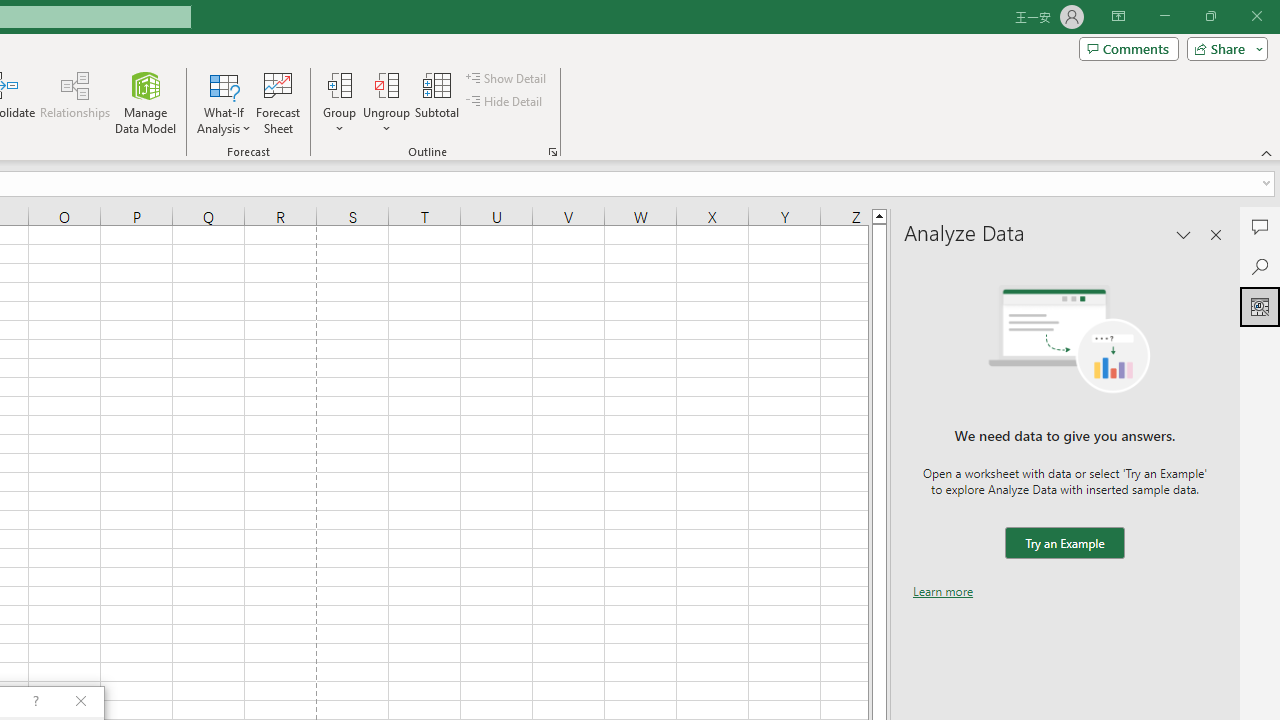 This screenshot has width=1280, height=720. I want to click on 'Group and Outline Settings', so click(552, 150).